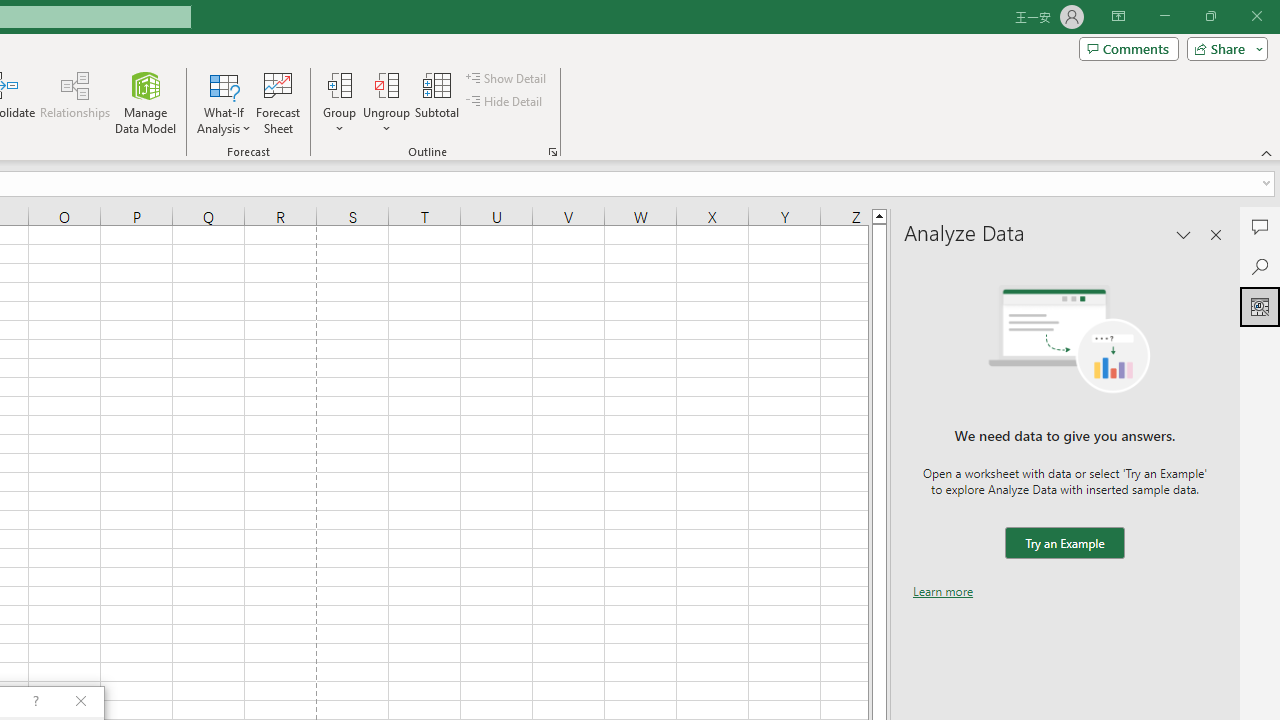 This screenshot has width=1280, height=720. I want to click on 'Group and Outline Settings', so click(552, 150).